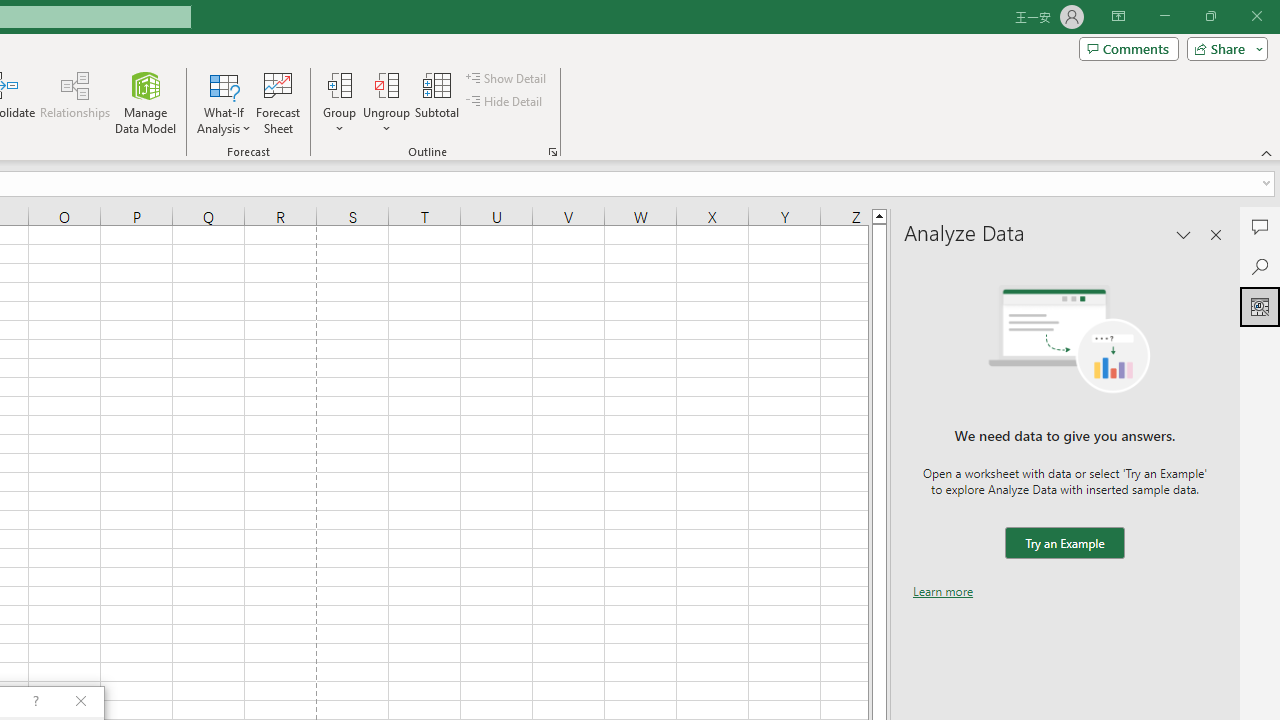 This screenshot has width=1280, height=720. I want to click on 'Group and Outline Settings', so click(552, 150).